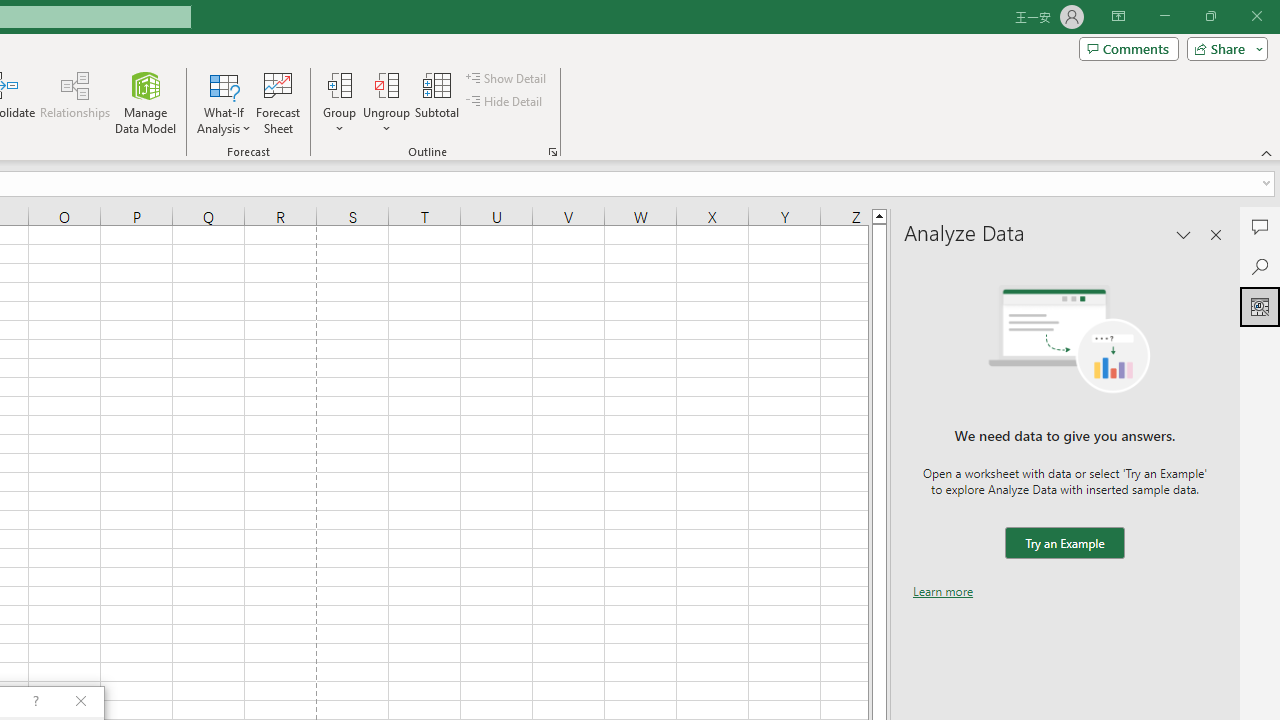 This screenshot has width=1280, height=720. I want to click on 'Group and Outline Settings', so click(552, 150).